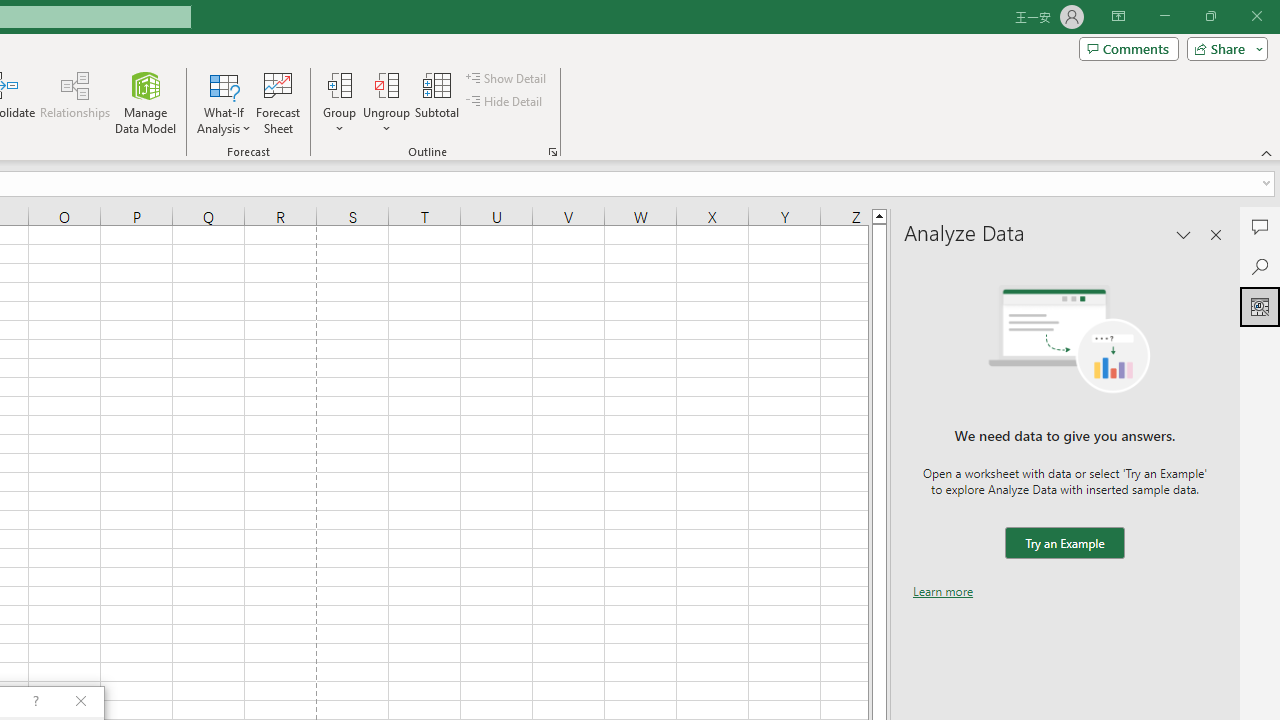 This screenshot has width=1280, height=720. I want to click on 'Group and Outline Settings', so click(552, 150).